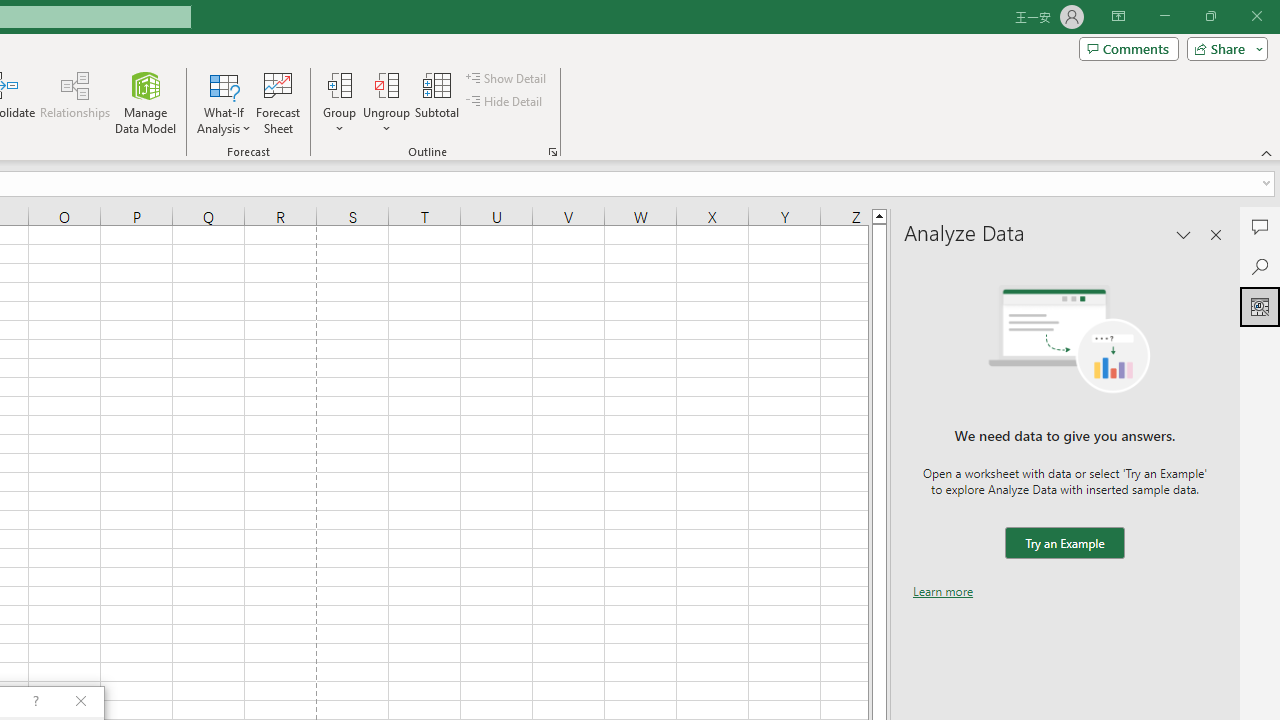 This screenshot has width=1280, height=720. I want to click on 'Group and Outline Settings', so click(552, 150).